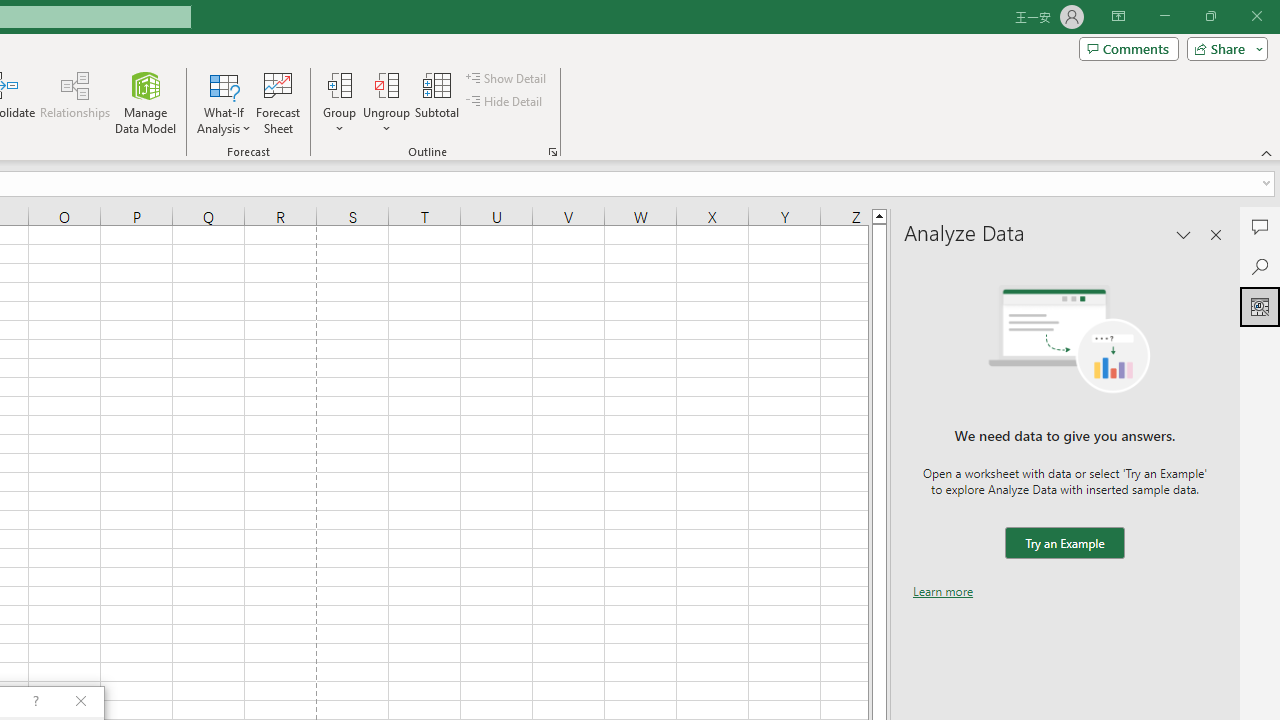 This screenshot has width=1280, height=720. I want to click on 'Group and Outline Settings', so click(552, 150).